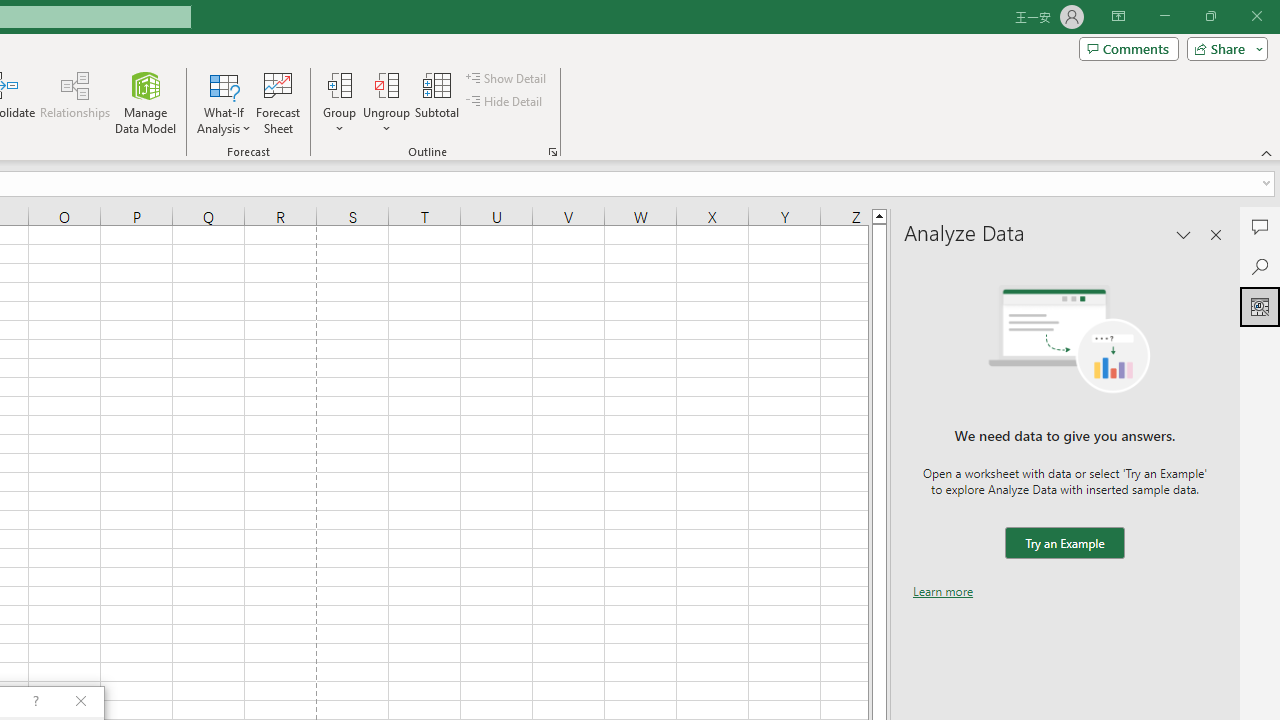 This screenshot has width=1280, height=720. I want to click on 'Group and Outline Settings', so click(552, 150).